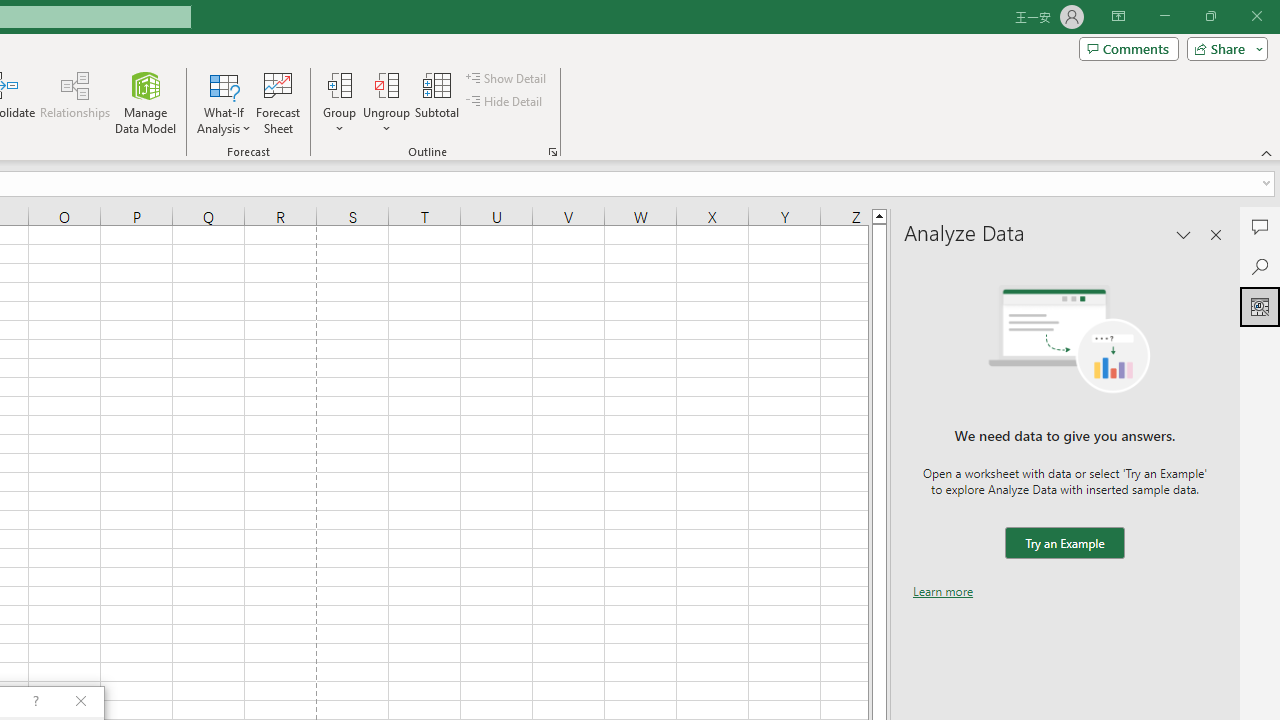 This screenshot has width=1280, height=720. I want to click on 'Group and Outline Settings', so click(552, 150).